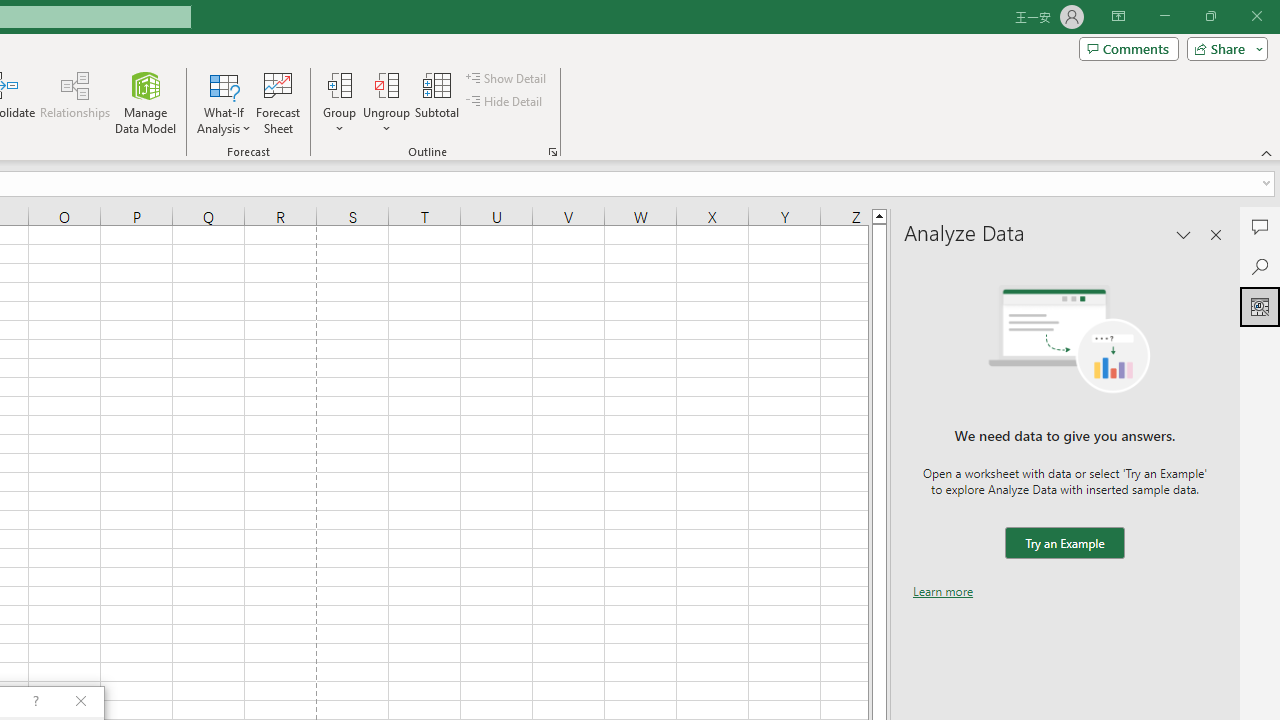 This screenshot has width=1280, height=720. I want to click on 'Group and Outline Settings', so click(552, 150).